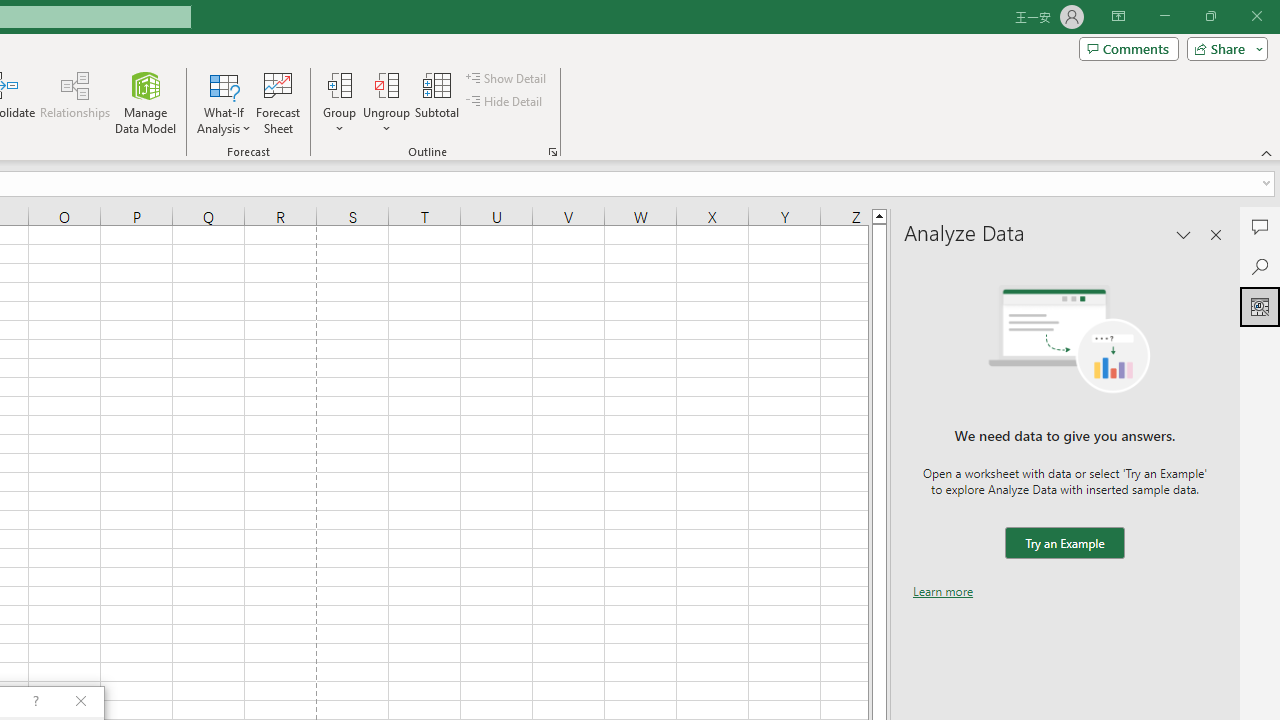 This screenshot has width=1280, height=720. I want to click on 'Group and Outline Settings', so click(552, 150).